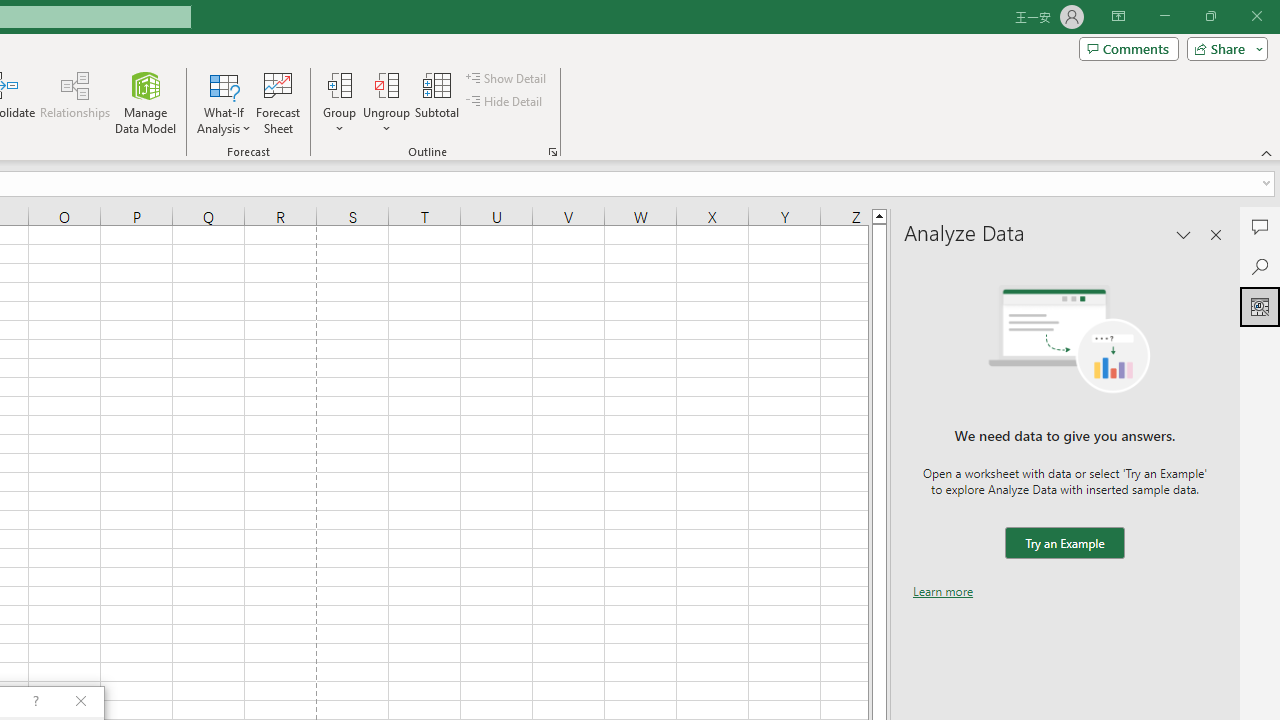 This screenshot has width=1280, height=720. I want to click on 'Group and Outline Settings', so click(552, 150).